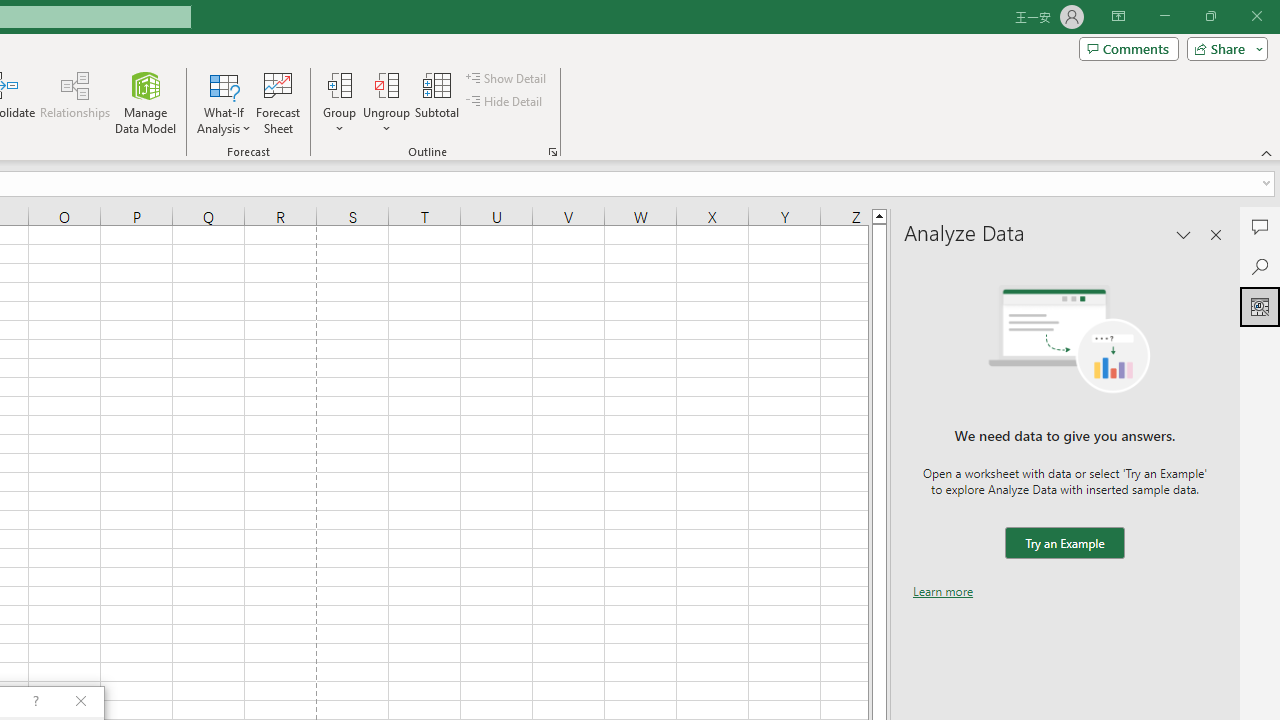 This screenshot has width=1280, height=720. I want to click on 'Group and Outline Settings', so click(552, 150).